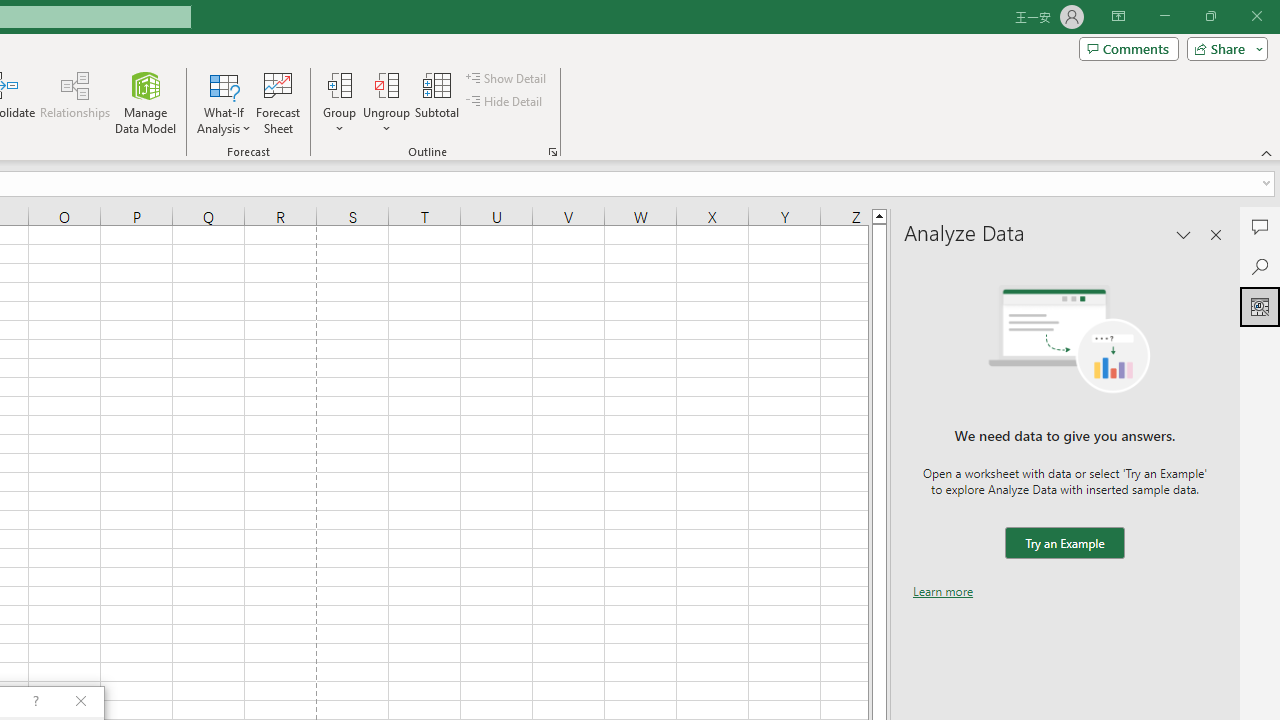 This screenshot has width=1280, height=720. I want to click on 'Group and Outline Settings', so click(552, 150).